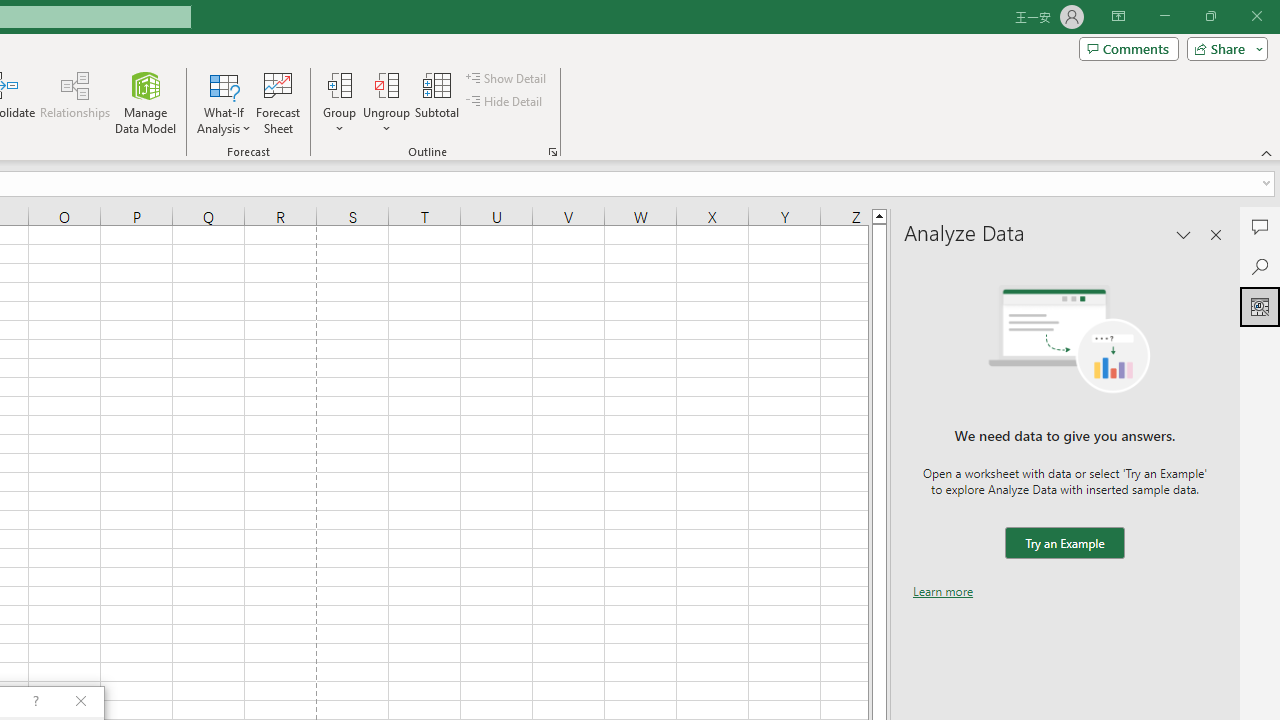 This screenshot has width=1280, height=720. I want to click on 'Group and Outline Settings', so click(552, 150).